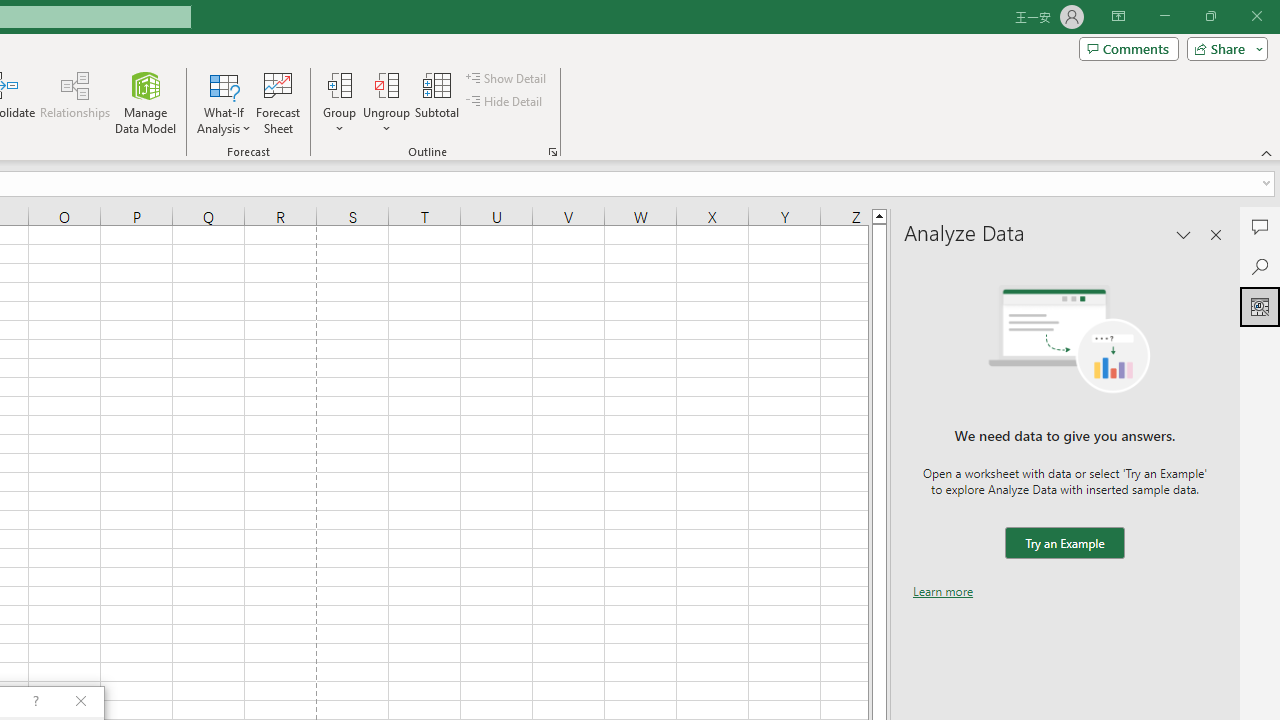 This screenshot has width=1280, height=720. I want to click on 'Group and Outline Settings', so click(552, 150).